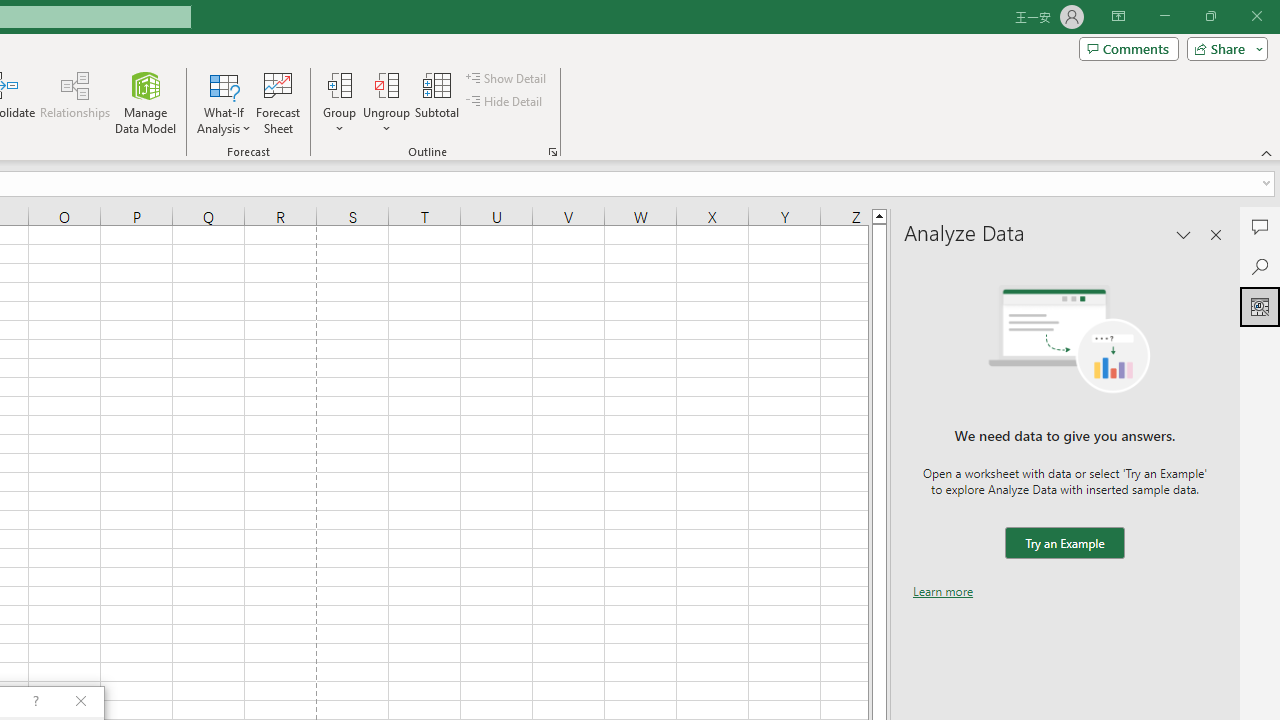 This screenshot has width=1280, height=720. I want to click on 'Group and Outline Settings', so click(552, 150).